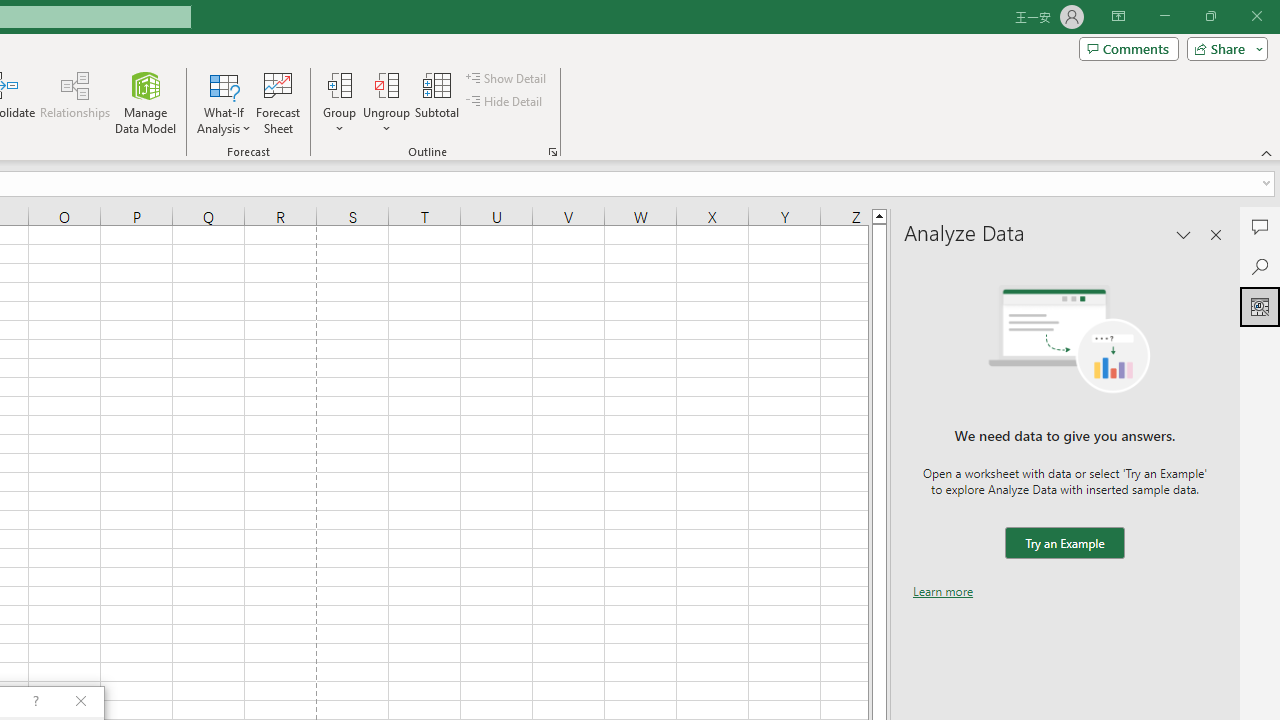 This screenshot has width=1280, height=720. I want to click on 'Group and Outline Settings', so click(552, 150).